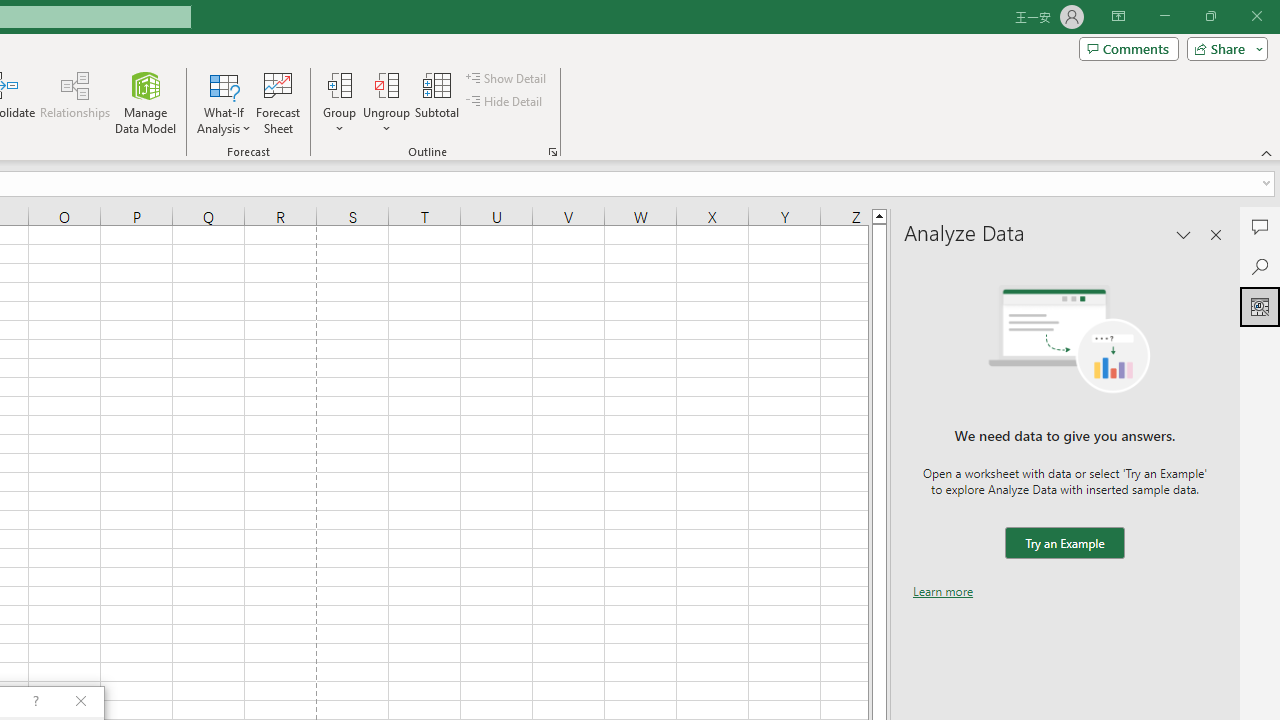 This screenshot has width=1280, height=720. I want to click on 'Group and Outline Settings', so click(552, 150).